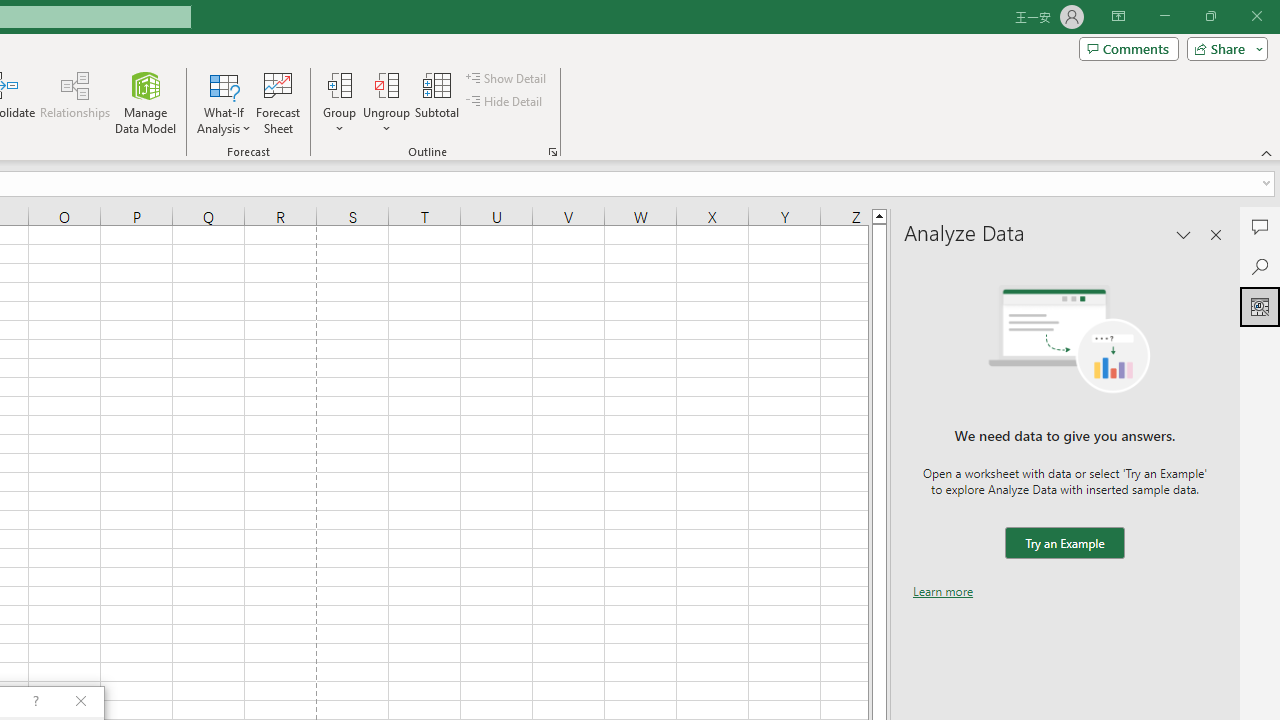 This screenshot has width=1280, height=720. I want to click on 'Group and Outline Settings', so click(552, 150).